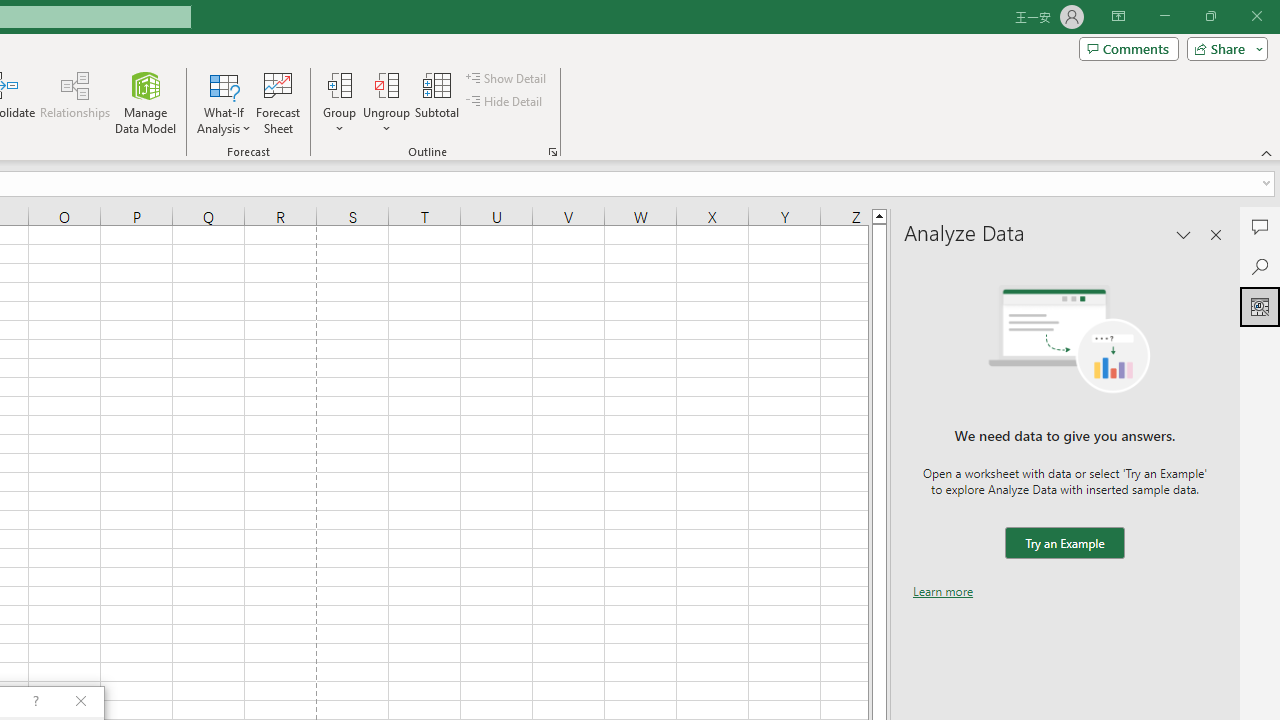 This screenshot has width=1280, height=720. I want to click on 'Group and Outline Settings', so click(552, 150).